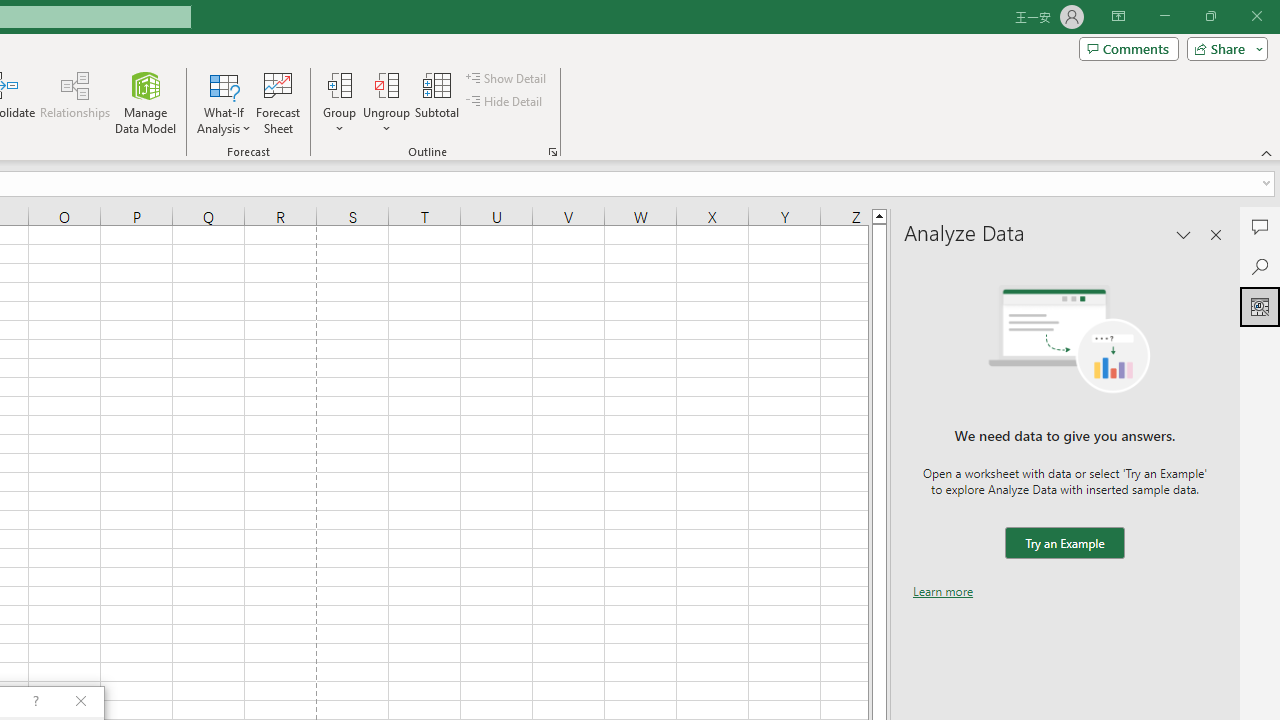 This screenshot has width=1280, height=720. I want to click on 'Group and Outline Settings', so click(552, 150).